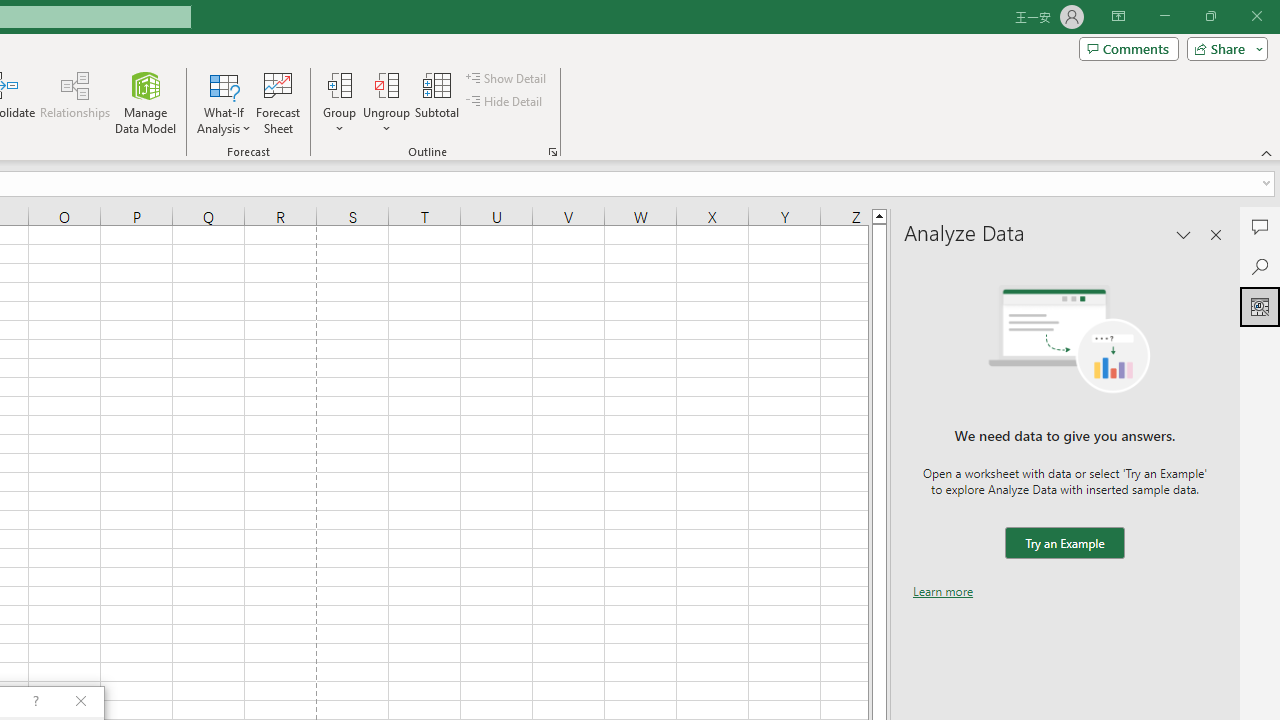 This screenshot has width=1280, height=720. I want to click on 'Group and Outline Settings', so click(552, 150).